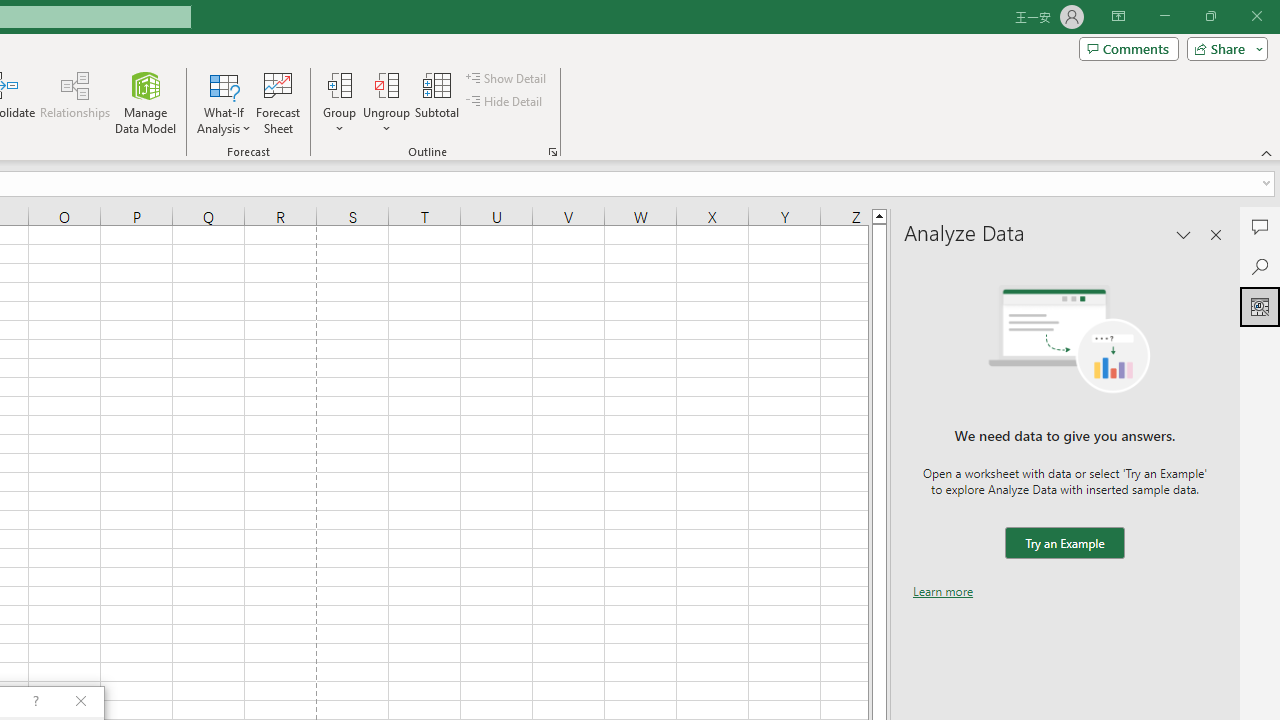 This screenshot has width=1280, height=720. I want to click on 'Group and Outline Settings', so click(552, 150).